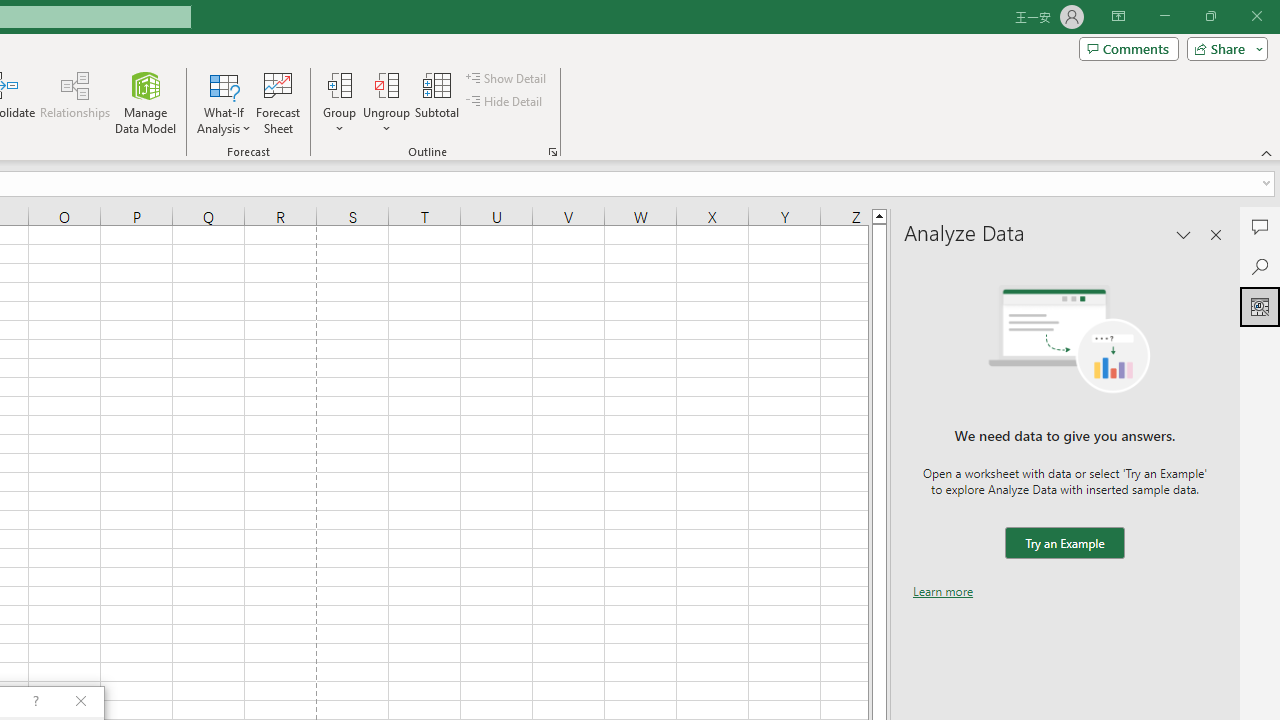 This screenshot has width=1280, height=720. I want to click on 'Group and Outline Settings', so click(552, 150).